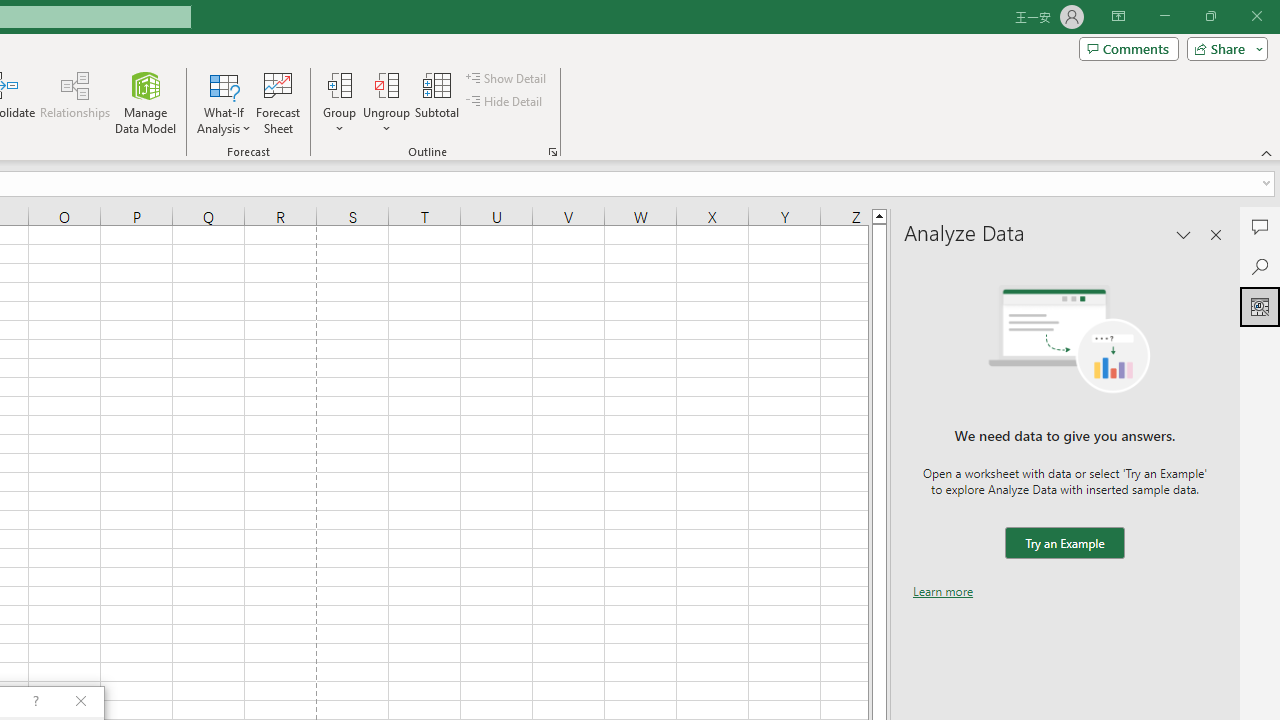 This screenshot has width=1280, height=720. I want to click on 'Group and Outline Settings', so click(552, 150).